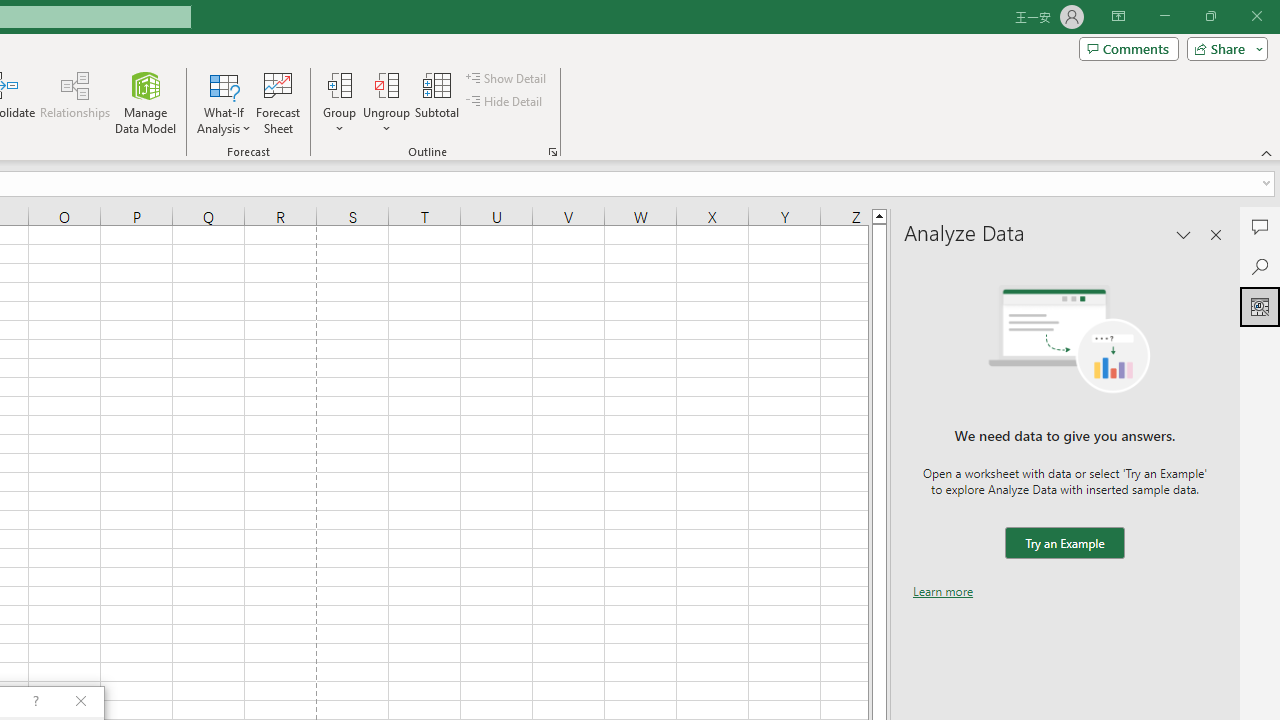 This screenshot has width=1280, height=720. I want to click on 'Group and Outline Settings', so click(552, 150).